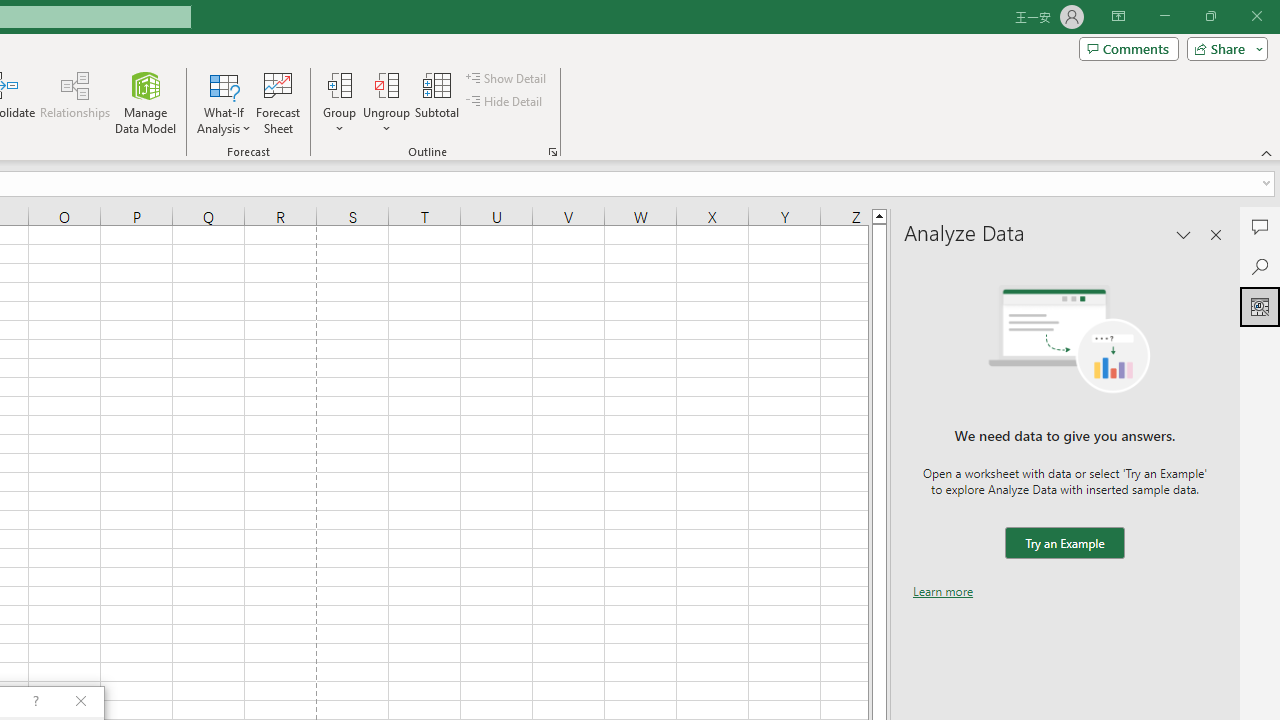 This screenshot has width=1280, height=720. I want to click on 'Group and Outline Settings', so click(552, 150).